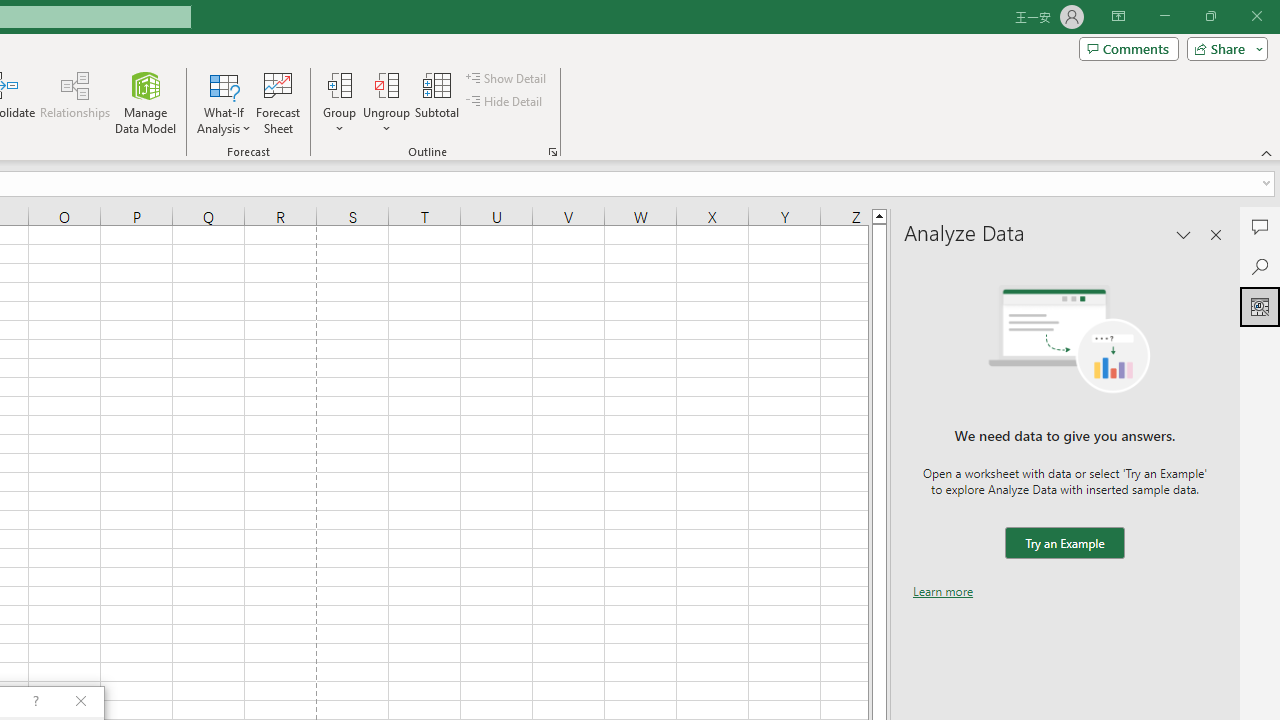 This screenshot has width=1280, height=720. I want to click on 'Group and Outline Settings', so click(552, 150).